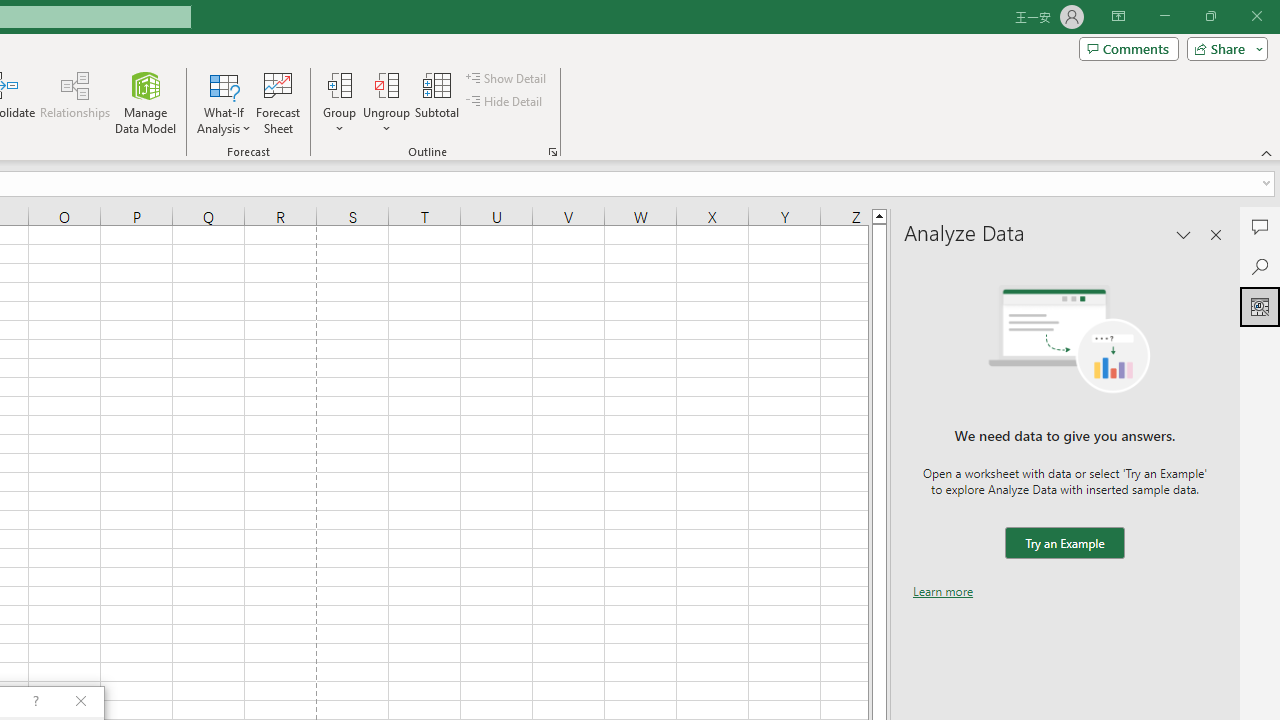 This screenshot has width=1280, height=720. I want to click on 'Group and Outline Settings', so click(552, 150).